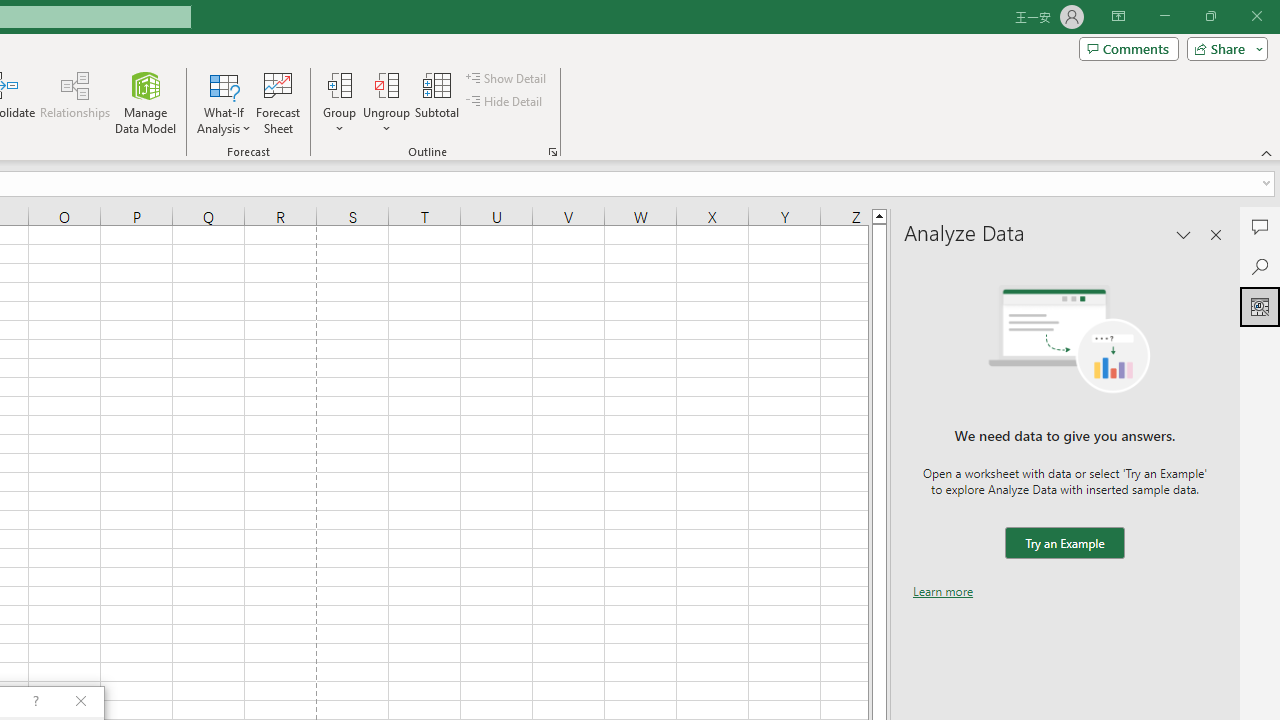 This screenshot has width=1280, height=720. I want to click on 'Group and Outline Settings', so click(552, 150).